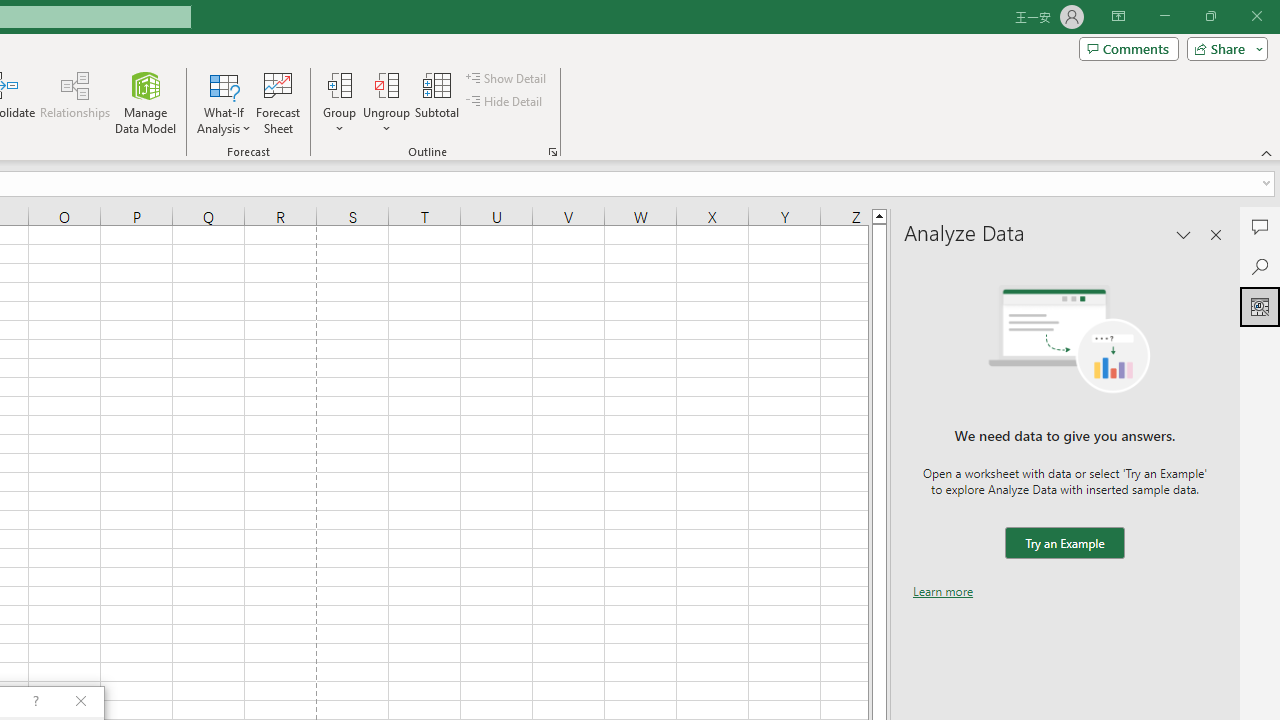 This screenshot has width=1280, height=720. I want to click on 'Group and Outline Settings', so click(552, 150).